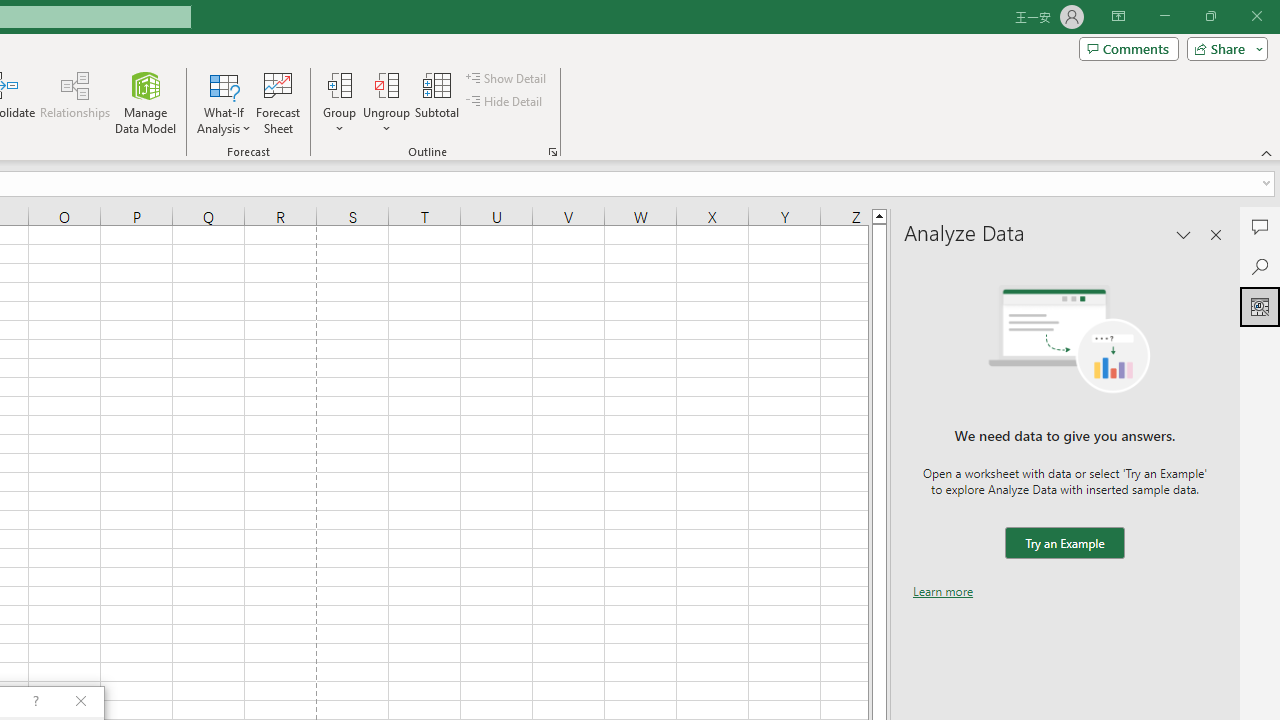 This screenshot has width=1280, height=720. I want to click on 'Group and Outline Settings', so click(552, 150).